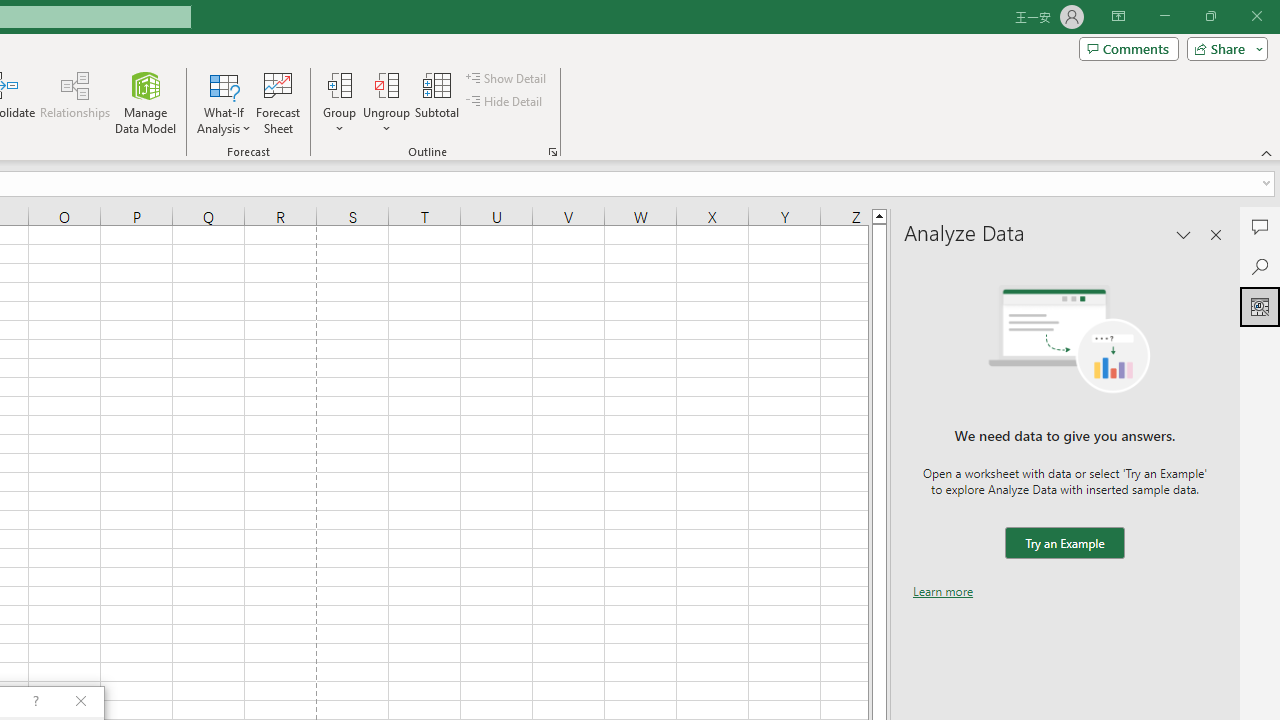 This screenshot has width=1280, height=720. I want to click on 'Group and Outline Settings', so click(552, 150).